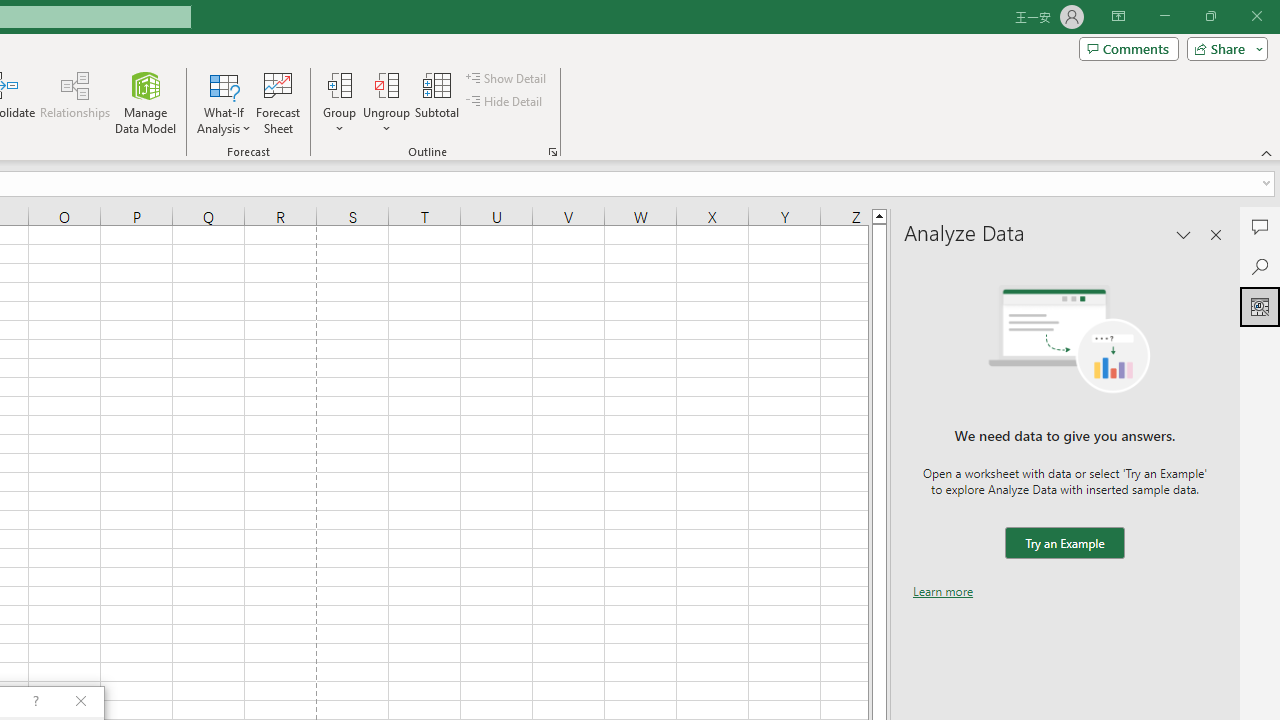 This screenshot has width=1280, height=720. I want to click on 'Group and Outline Settings', so click(552, 150).